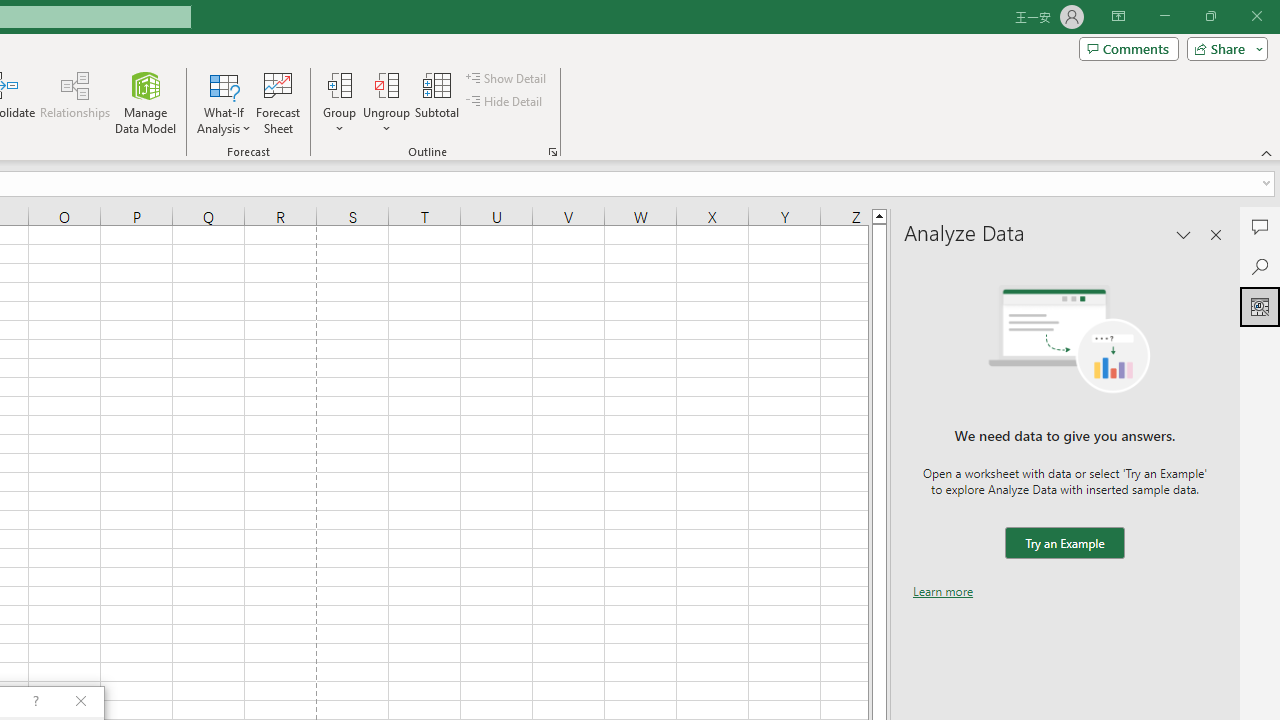 This screenshot has width=1280, height=720. I want to click on 'Group and Outline Settings', so click(552, 150).